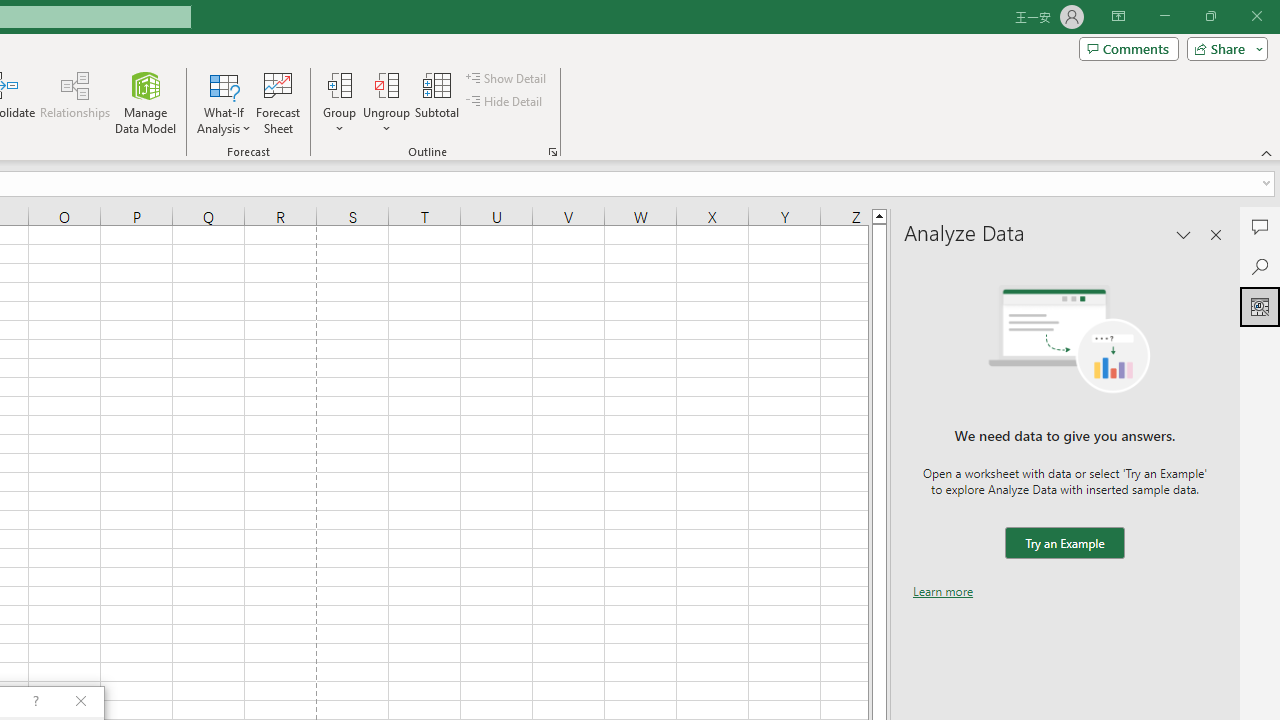 This screenshot has width=1280, height=720. I want to click on 'Group and Outline Settings', so click(552, 150).